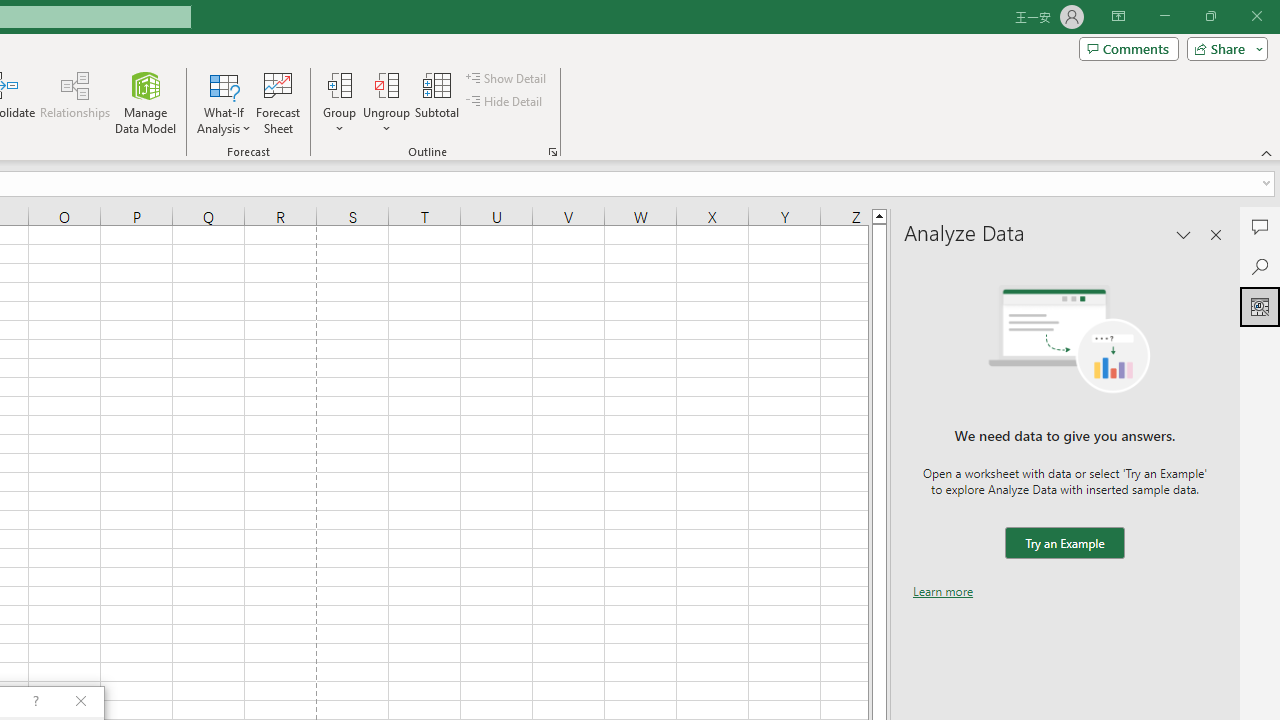 This screenshot has width=1280, height=720. I want to click on 'Group and Outline Settings', so click(552, 150).